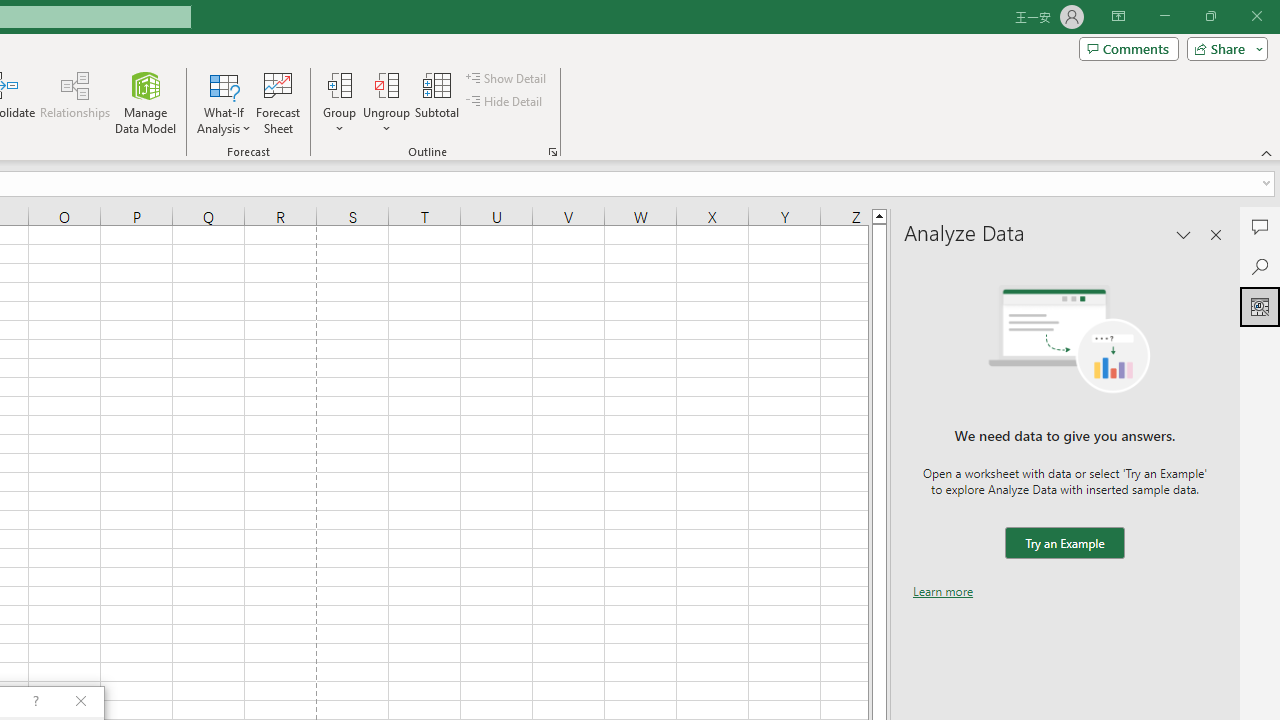 This screenshot has width=1280, height=720. I want to click on 'Group and Outline Settings', so click(552, 150).